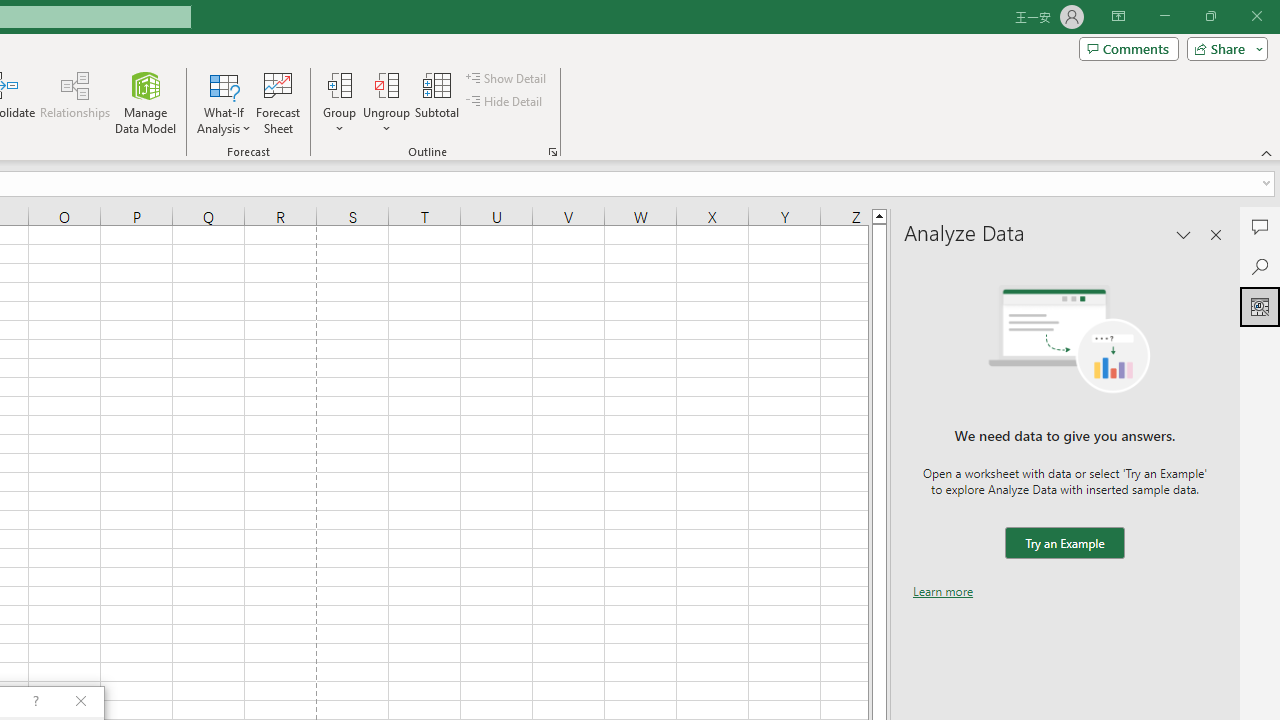 This screenshot has width=1280, height=720. I want to click on 'Group and Outline Settings', so click(552, 150).